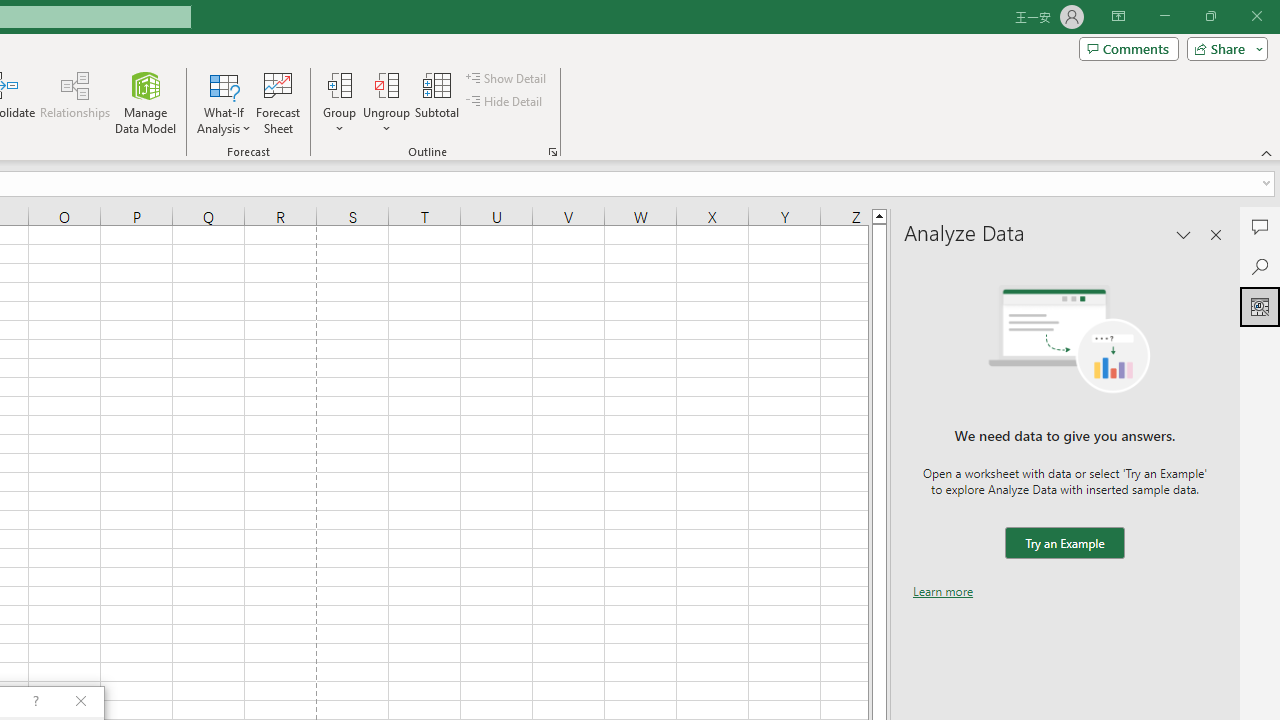 This screenshot has width=1280, height=720. I want to click on 'Group and Outline Settings', so click(552, 150).